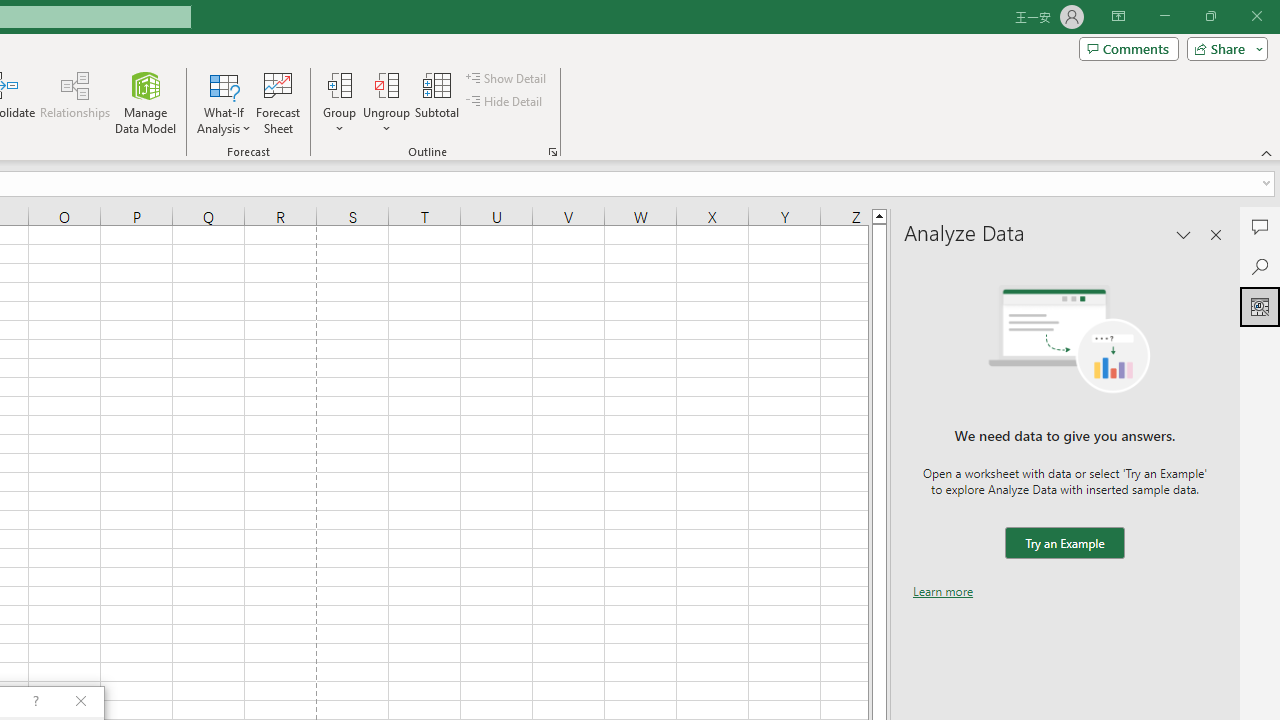 This screenshot has width=1280, height=720. I want to click on 'Group and Outline Settings', so click(552, 150).